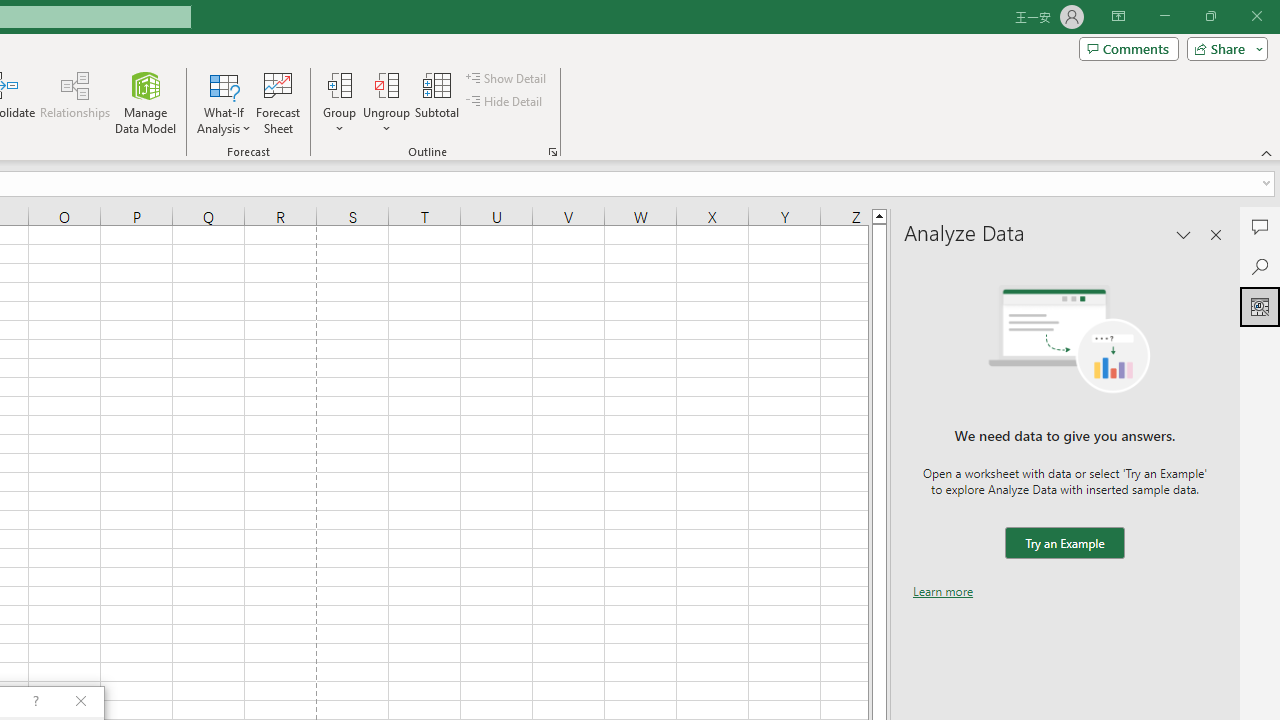 This screenshot has width=1280, height=720. I want to click on 'Group and Outline Settings', so click(552, 150).